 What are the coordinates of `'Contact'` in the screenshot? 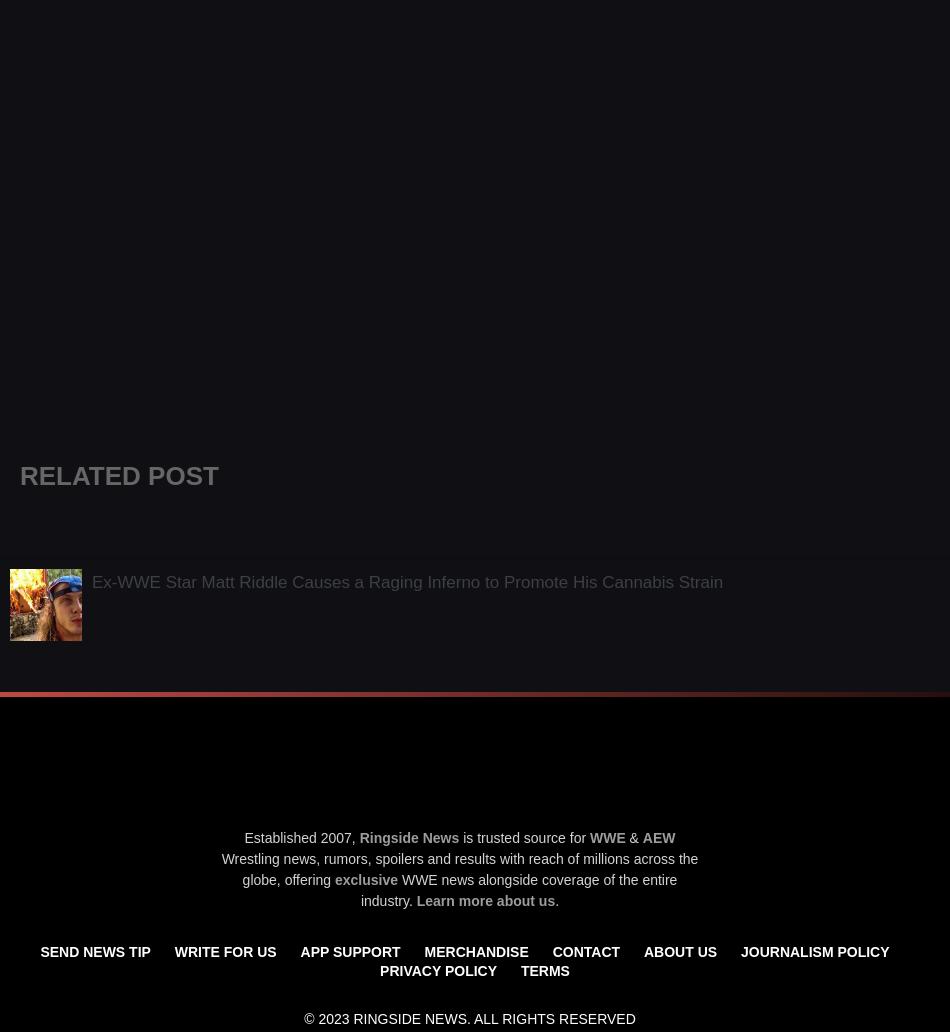 It's located at (585, 949).